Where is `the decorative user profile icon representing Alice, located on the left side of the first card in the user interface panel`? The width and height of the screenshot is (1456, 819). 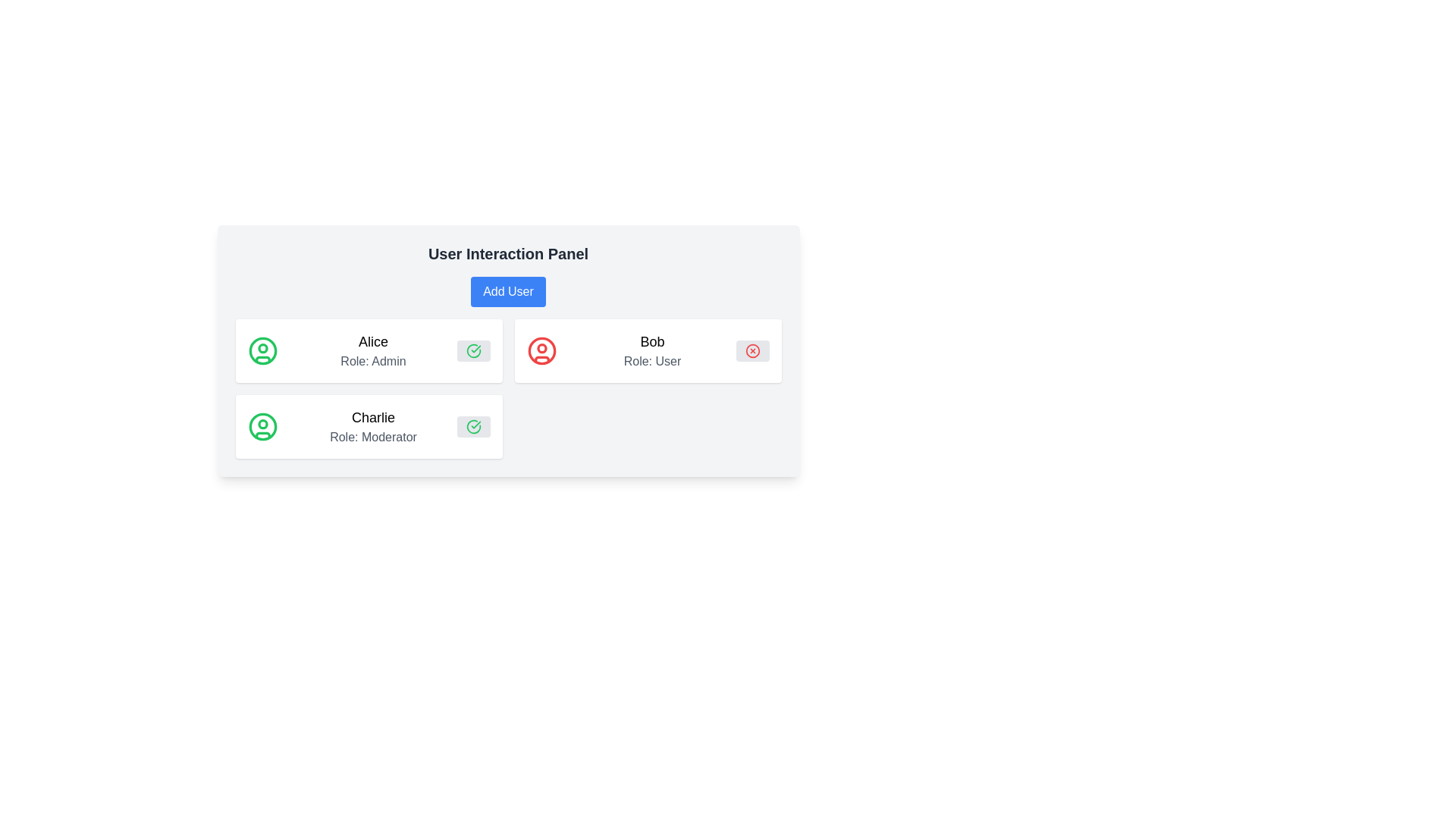
the decorative user profile icon representing Alice, located on the left side of the first card in the user interface panel is located at coordinates (262, 350).